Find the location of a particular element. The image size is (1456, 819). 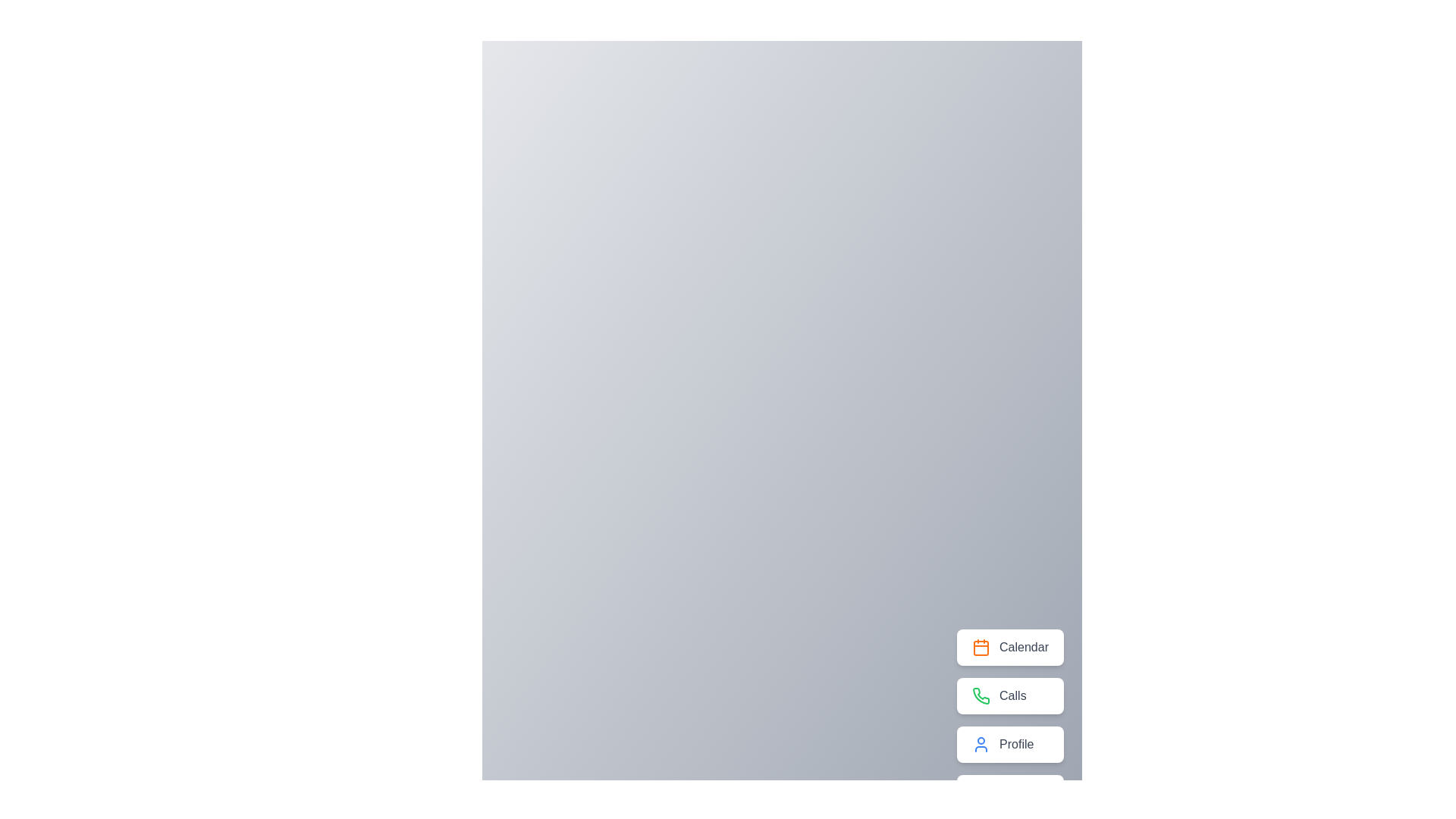

the 'Calls' button to access call-related functionalities is located at coordinates (1010, 696).